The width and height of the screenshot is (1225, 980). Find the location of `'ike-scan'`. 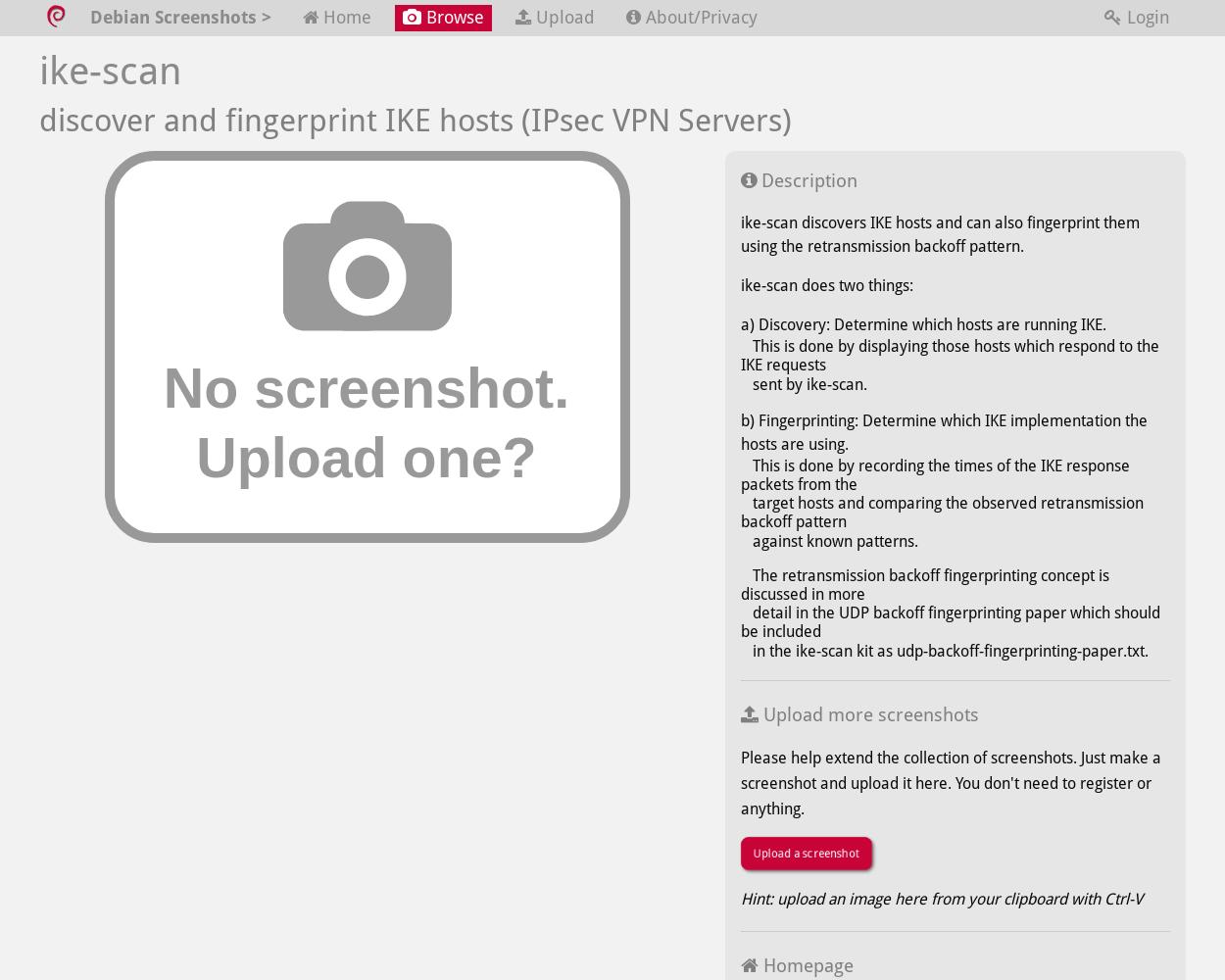

'ike-scan' is located at coordinates (109, 69).